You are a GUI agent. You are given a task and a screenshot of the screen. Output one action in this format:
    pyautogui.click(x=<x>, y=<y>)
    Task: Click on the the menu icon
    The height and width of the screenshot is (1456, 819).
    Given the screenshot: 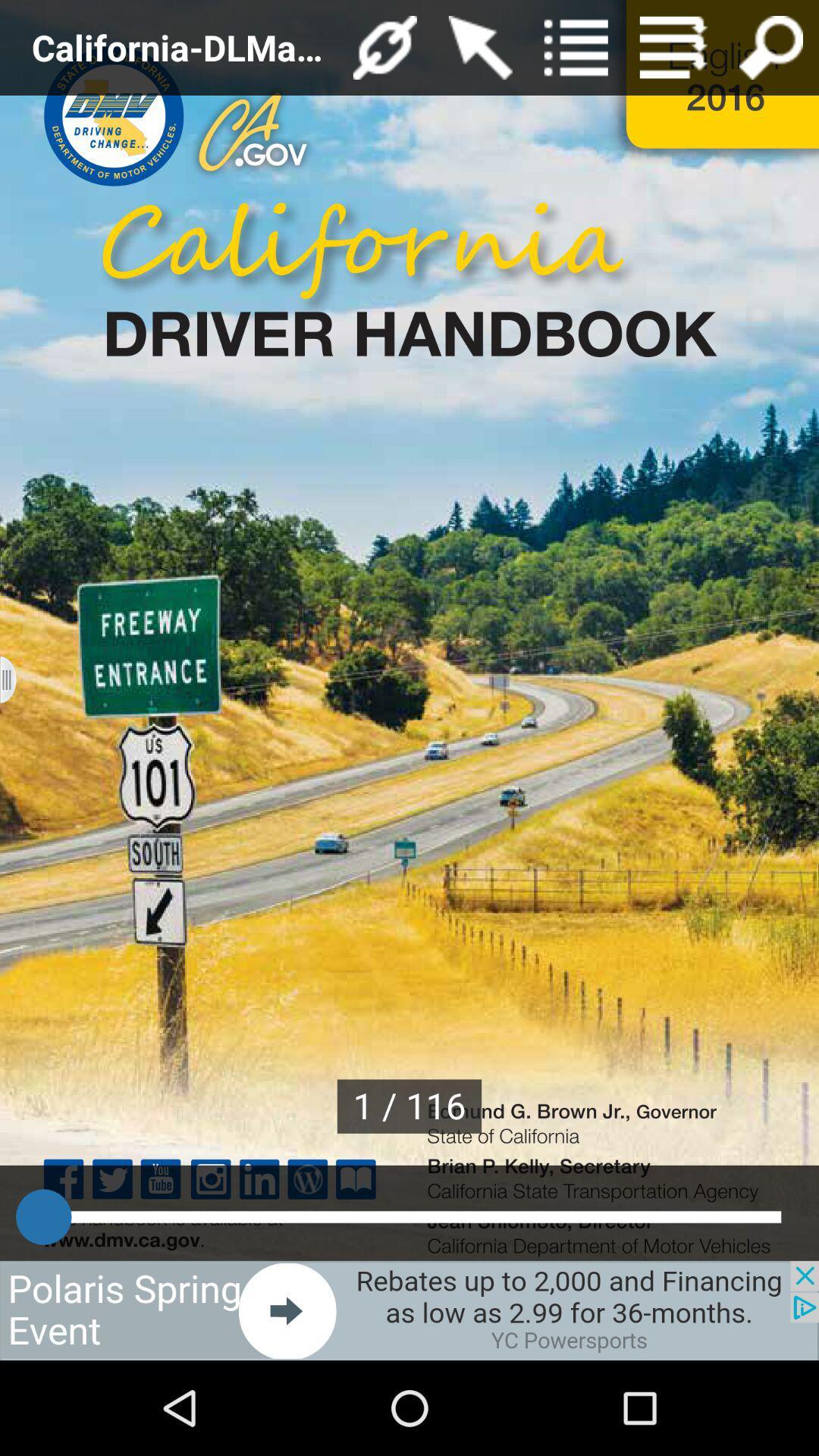 What is the action you would take?
    pyautogui.click(x=673, y=51)
    